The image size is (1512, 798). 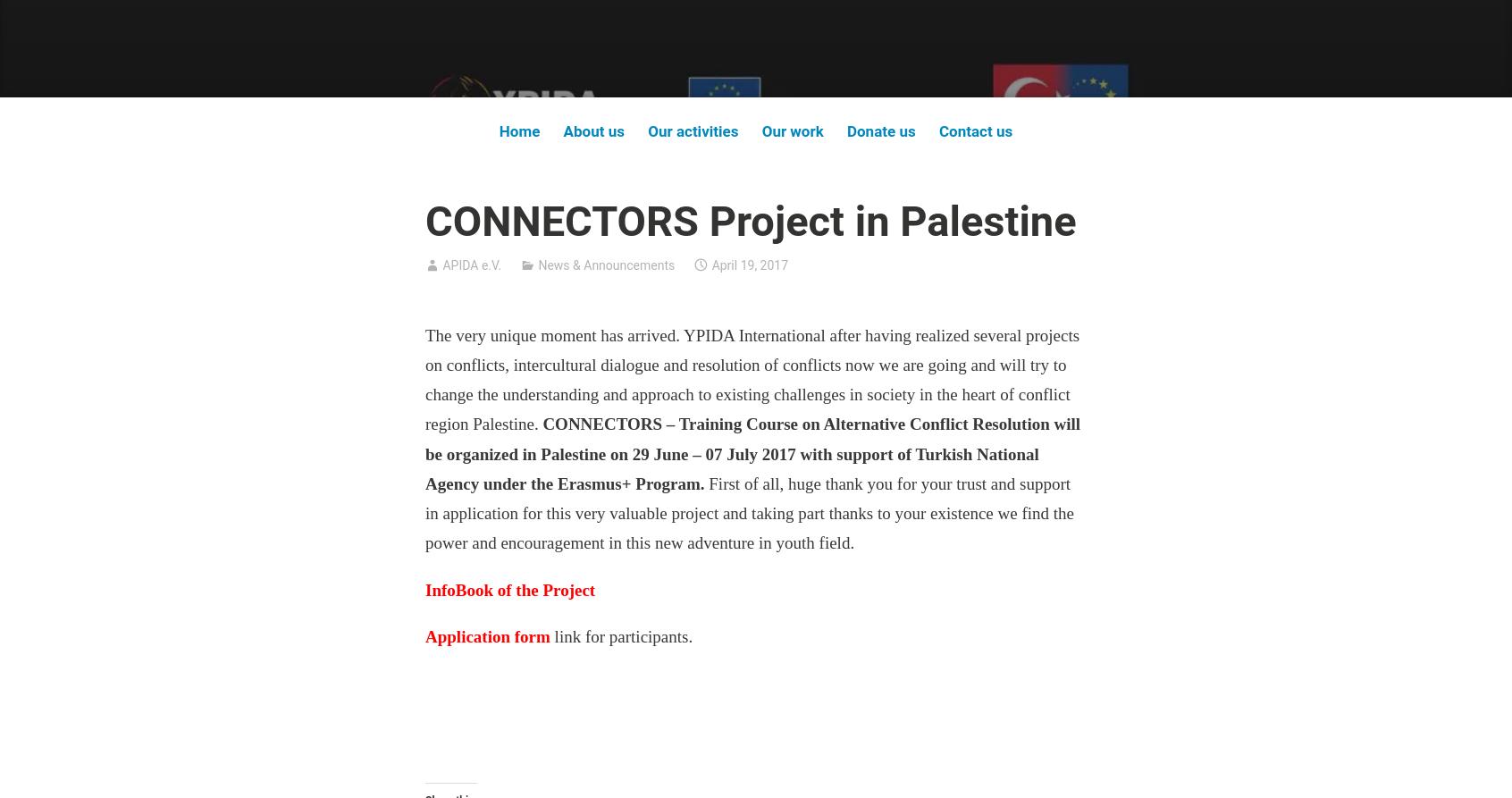 What do you see at coordinates (621, 635) in the screenshot?
I see `'link for participants.'` at bounding box center [621, 635].